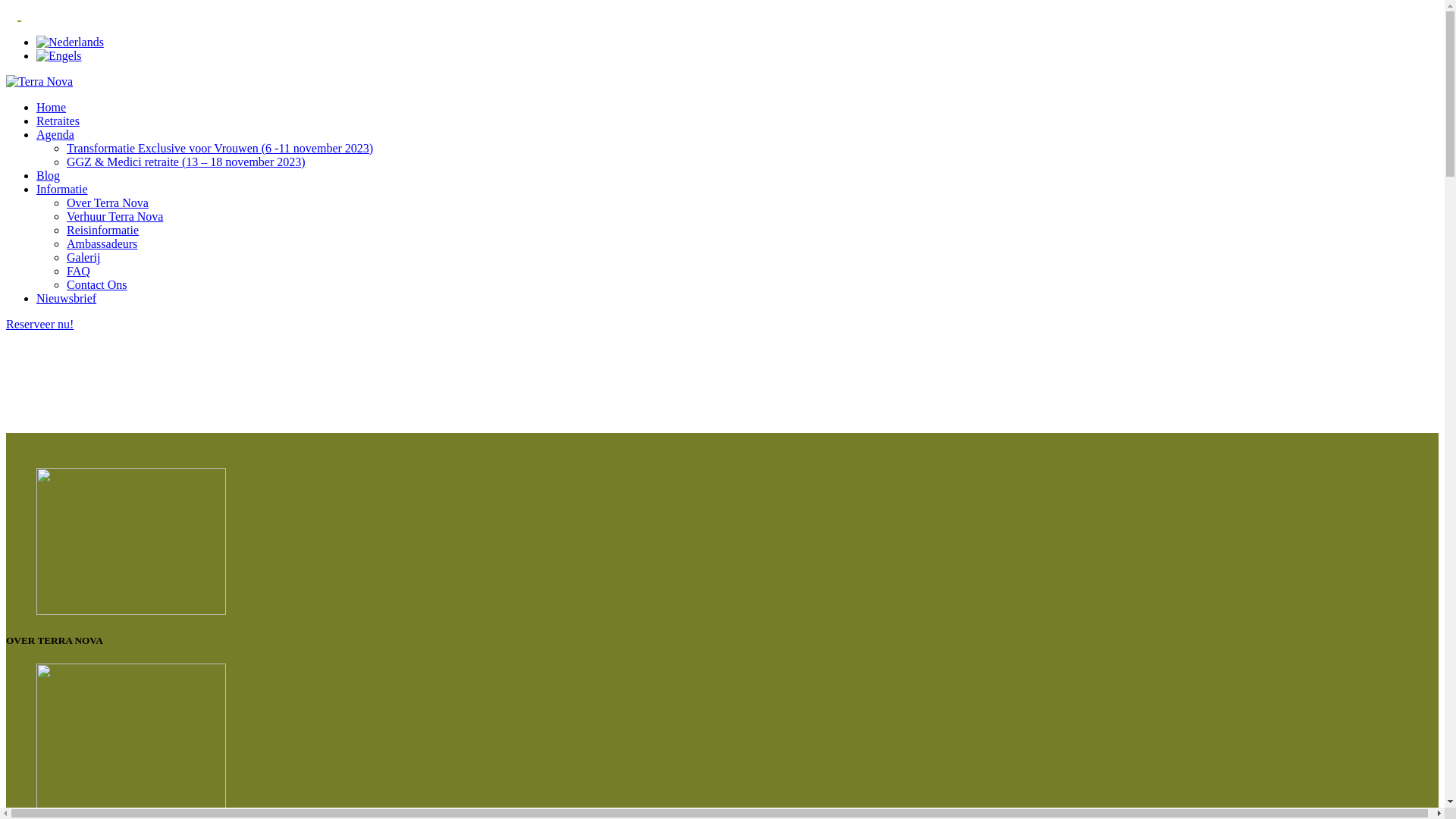 The width and height of the screenshot is (1456, 819). Describe the element at coordinates (114, 216) in the screenshot. I see `'Verhuur Terra Nova'` at that location.